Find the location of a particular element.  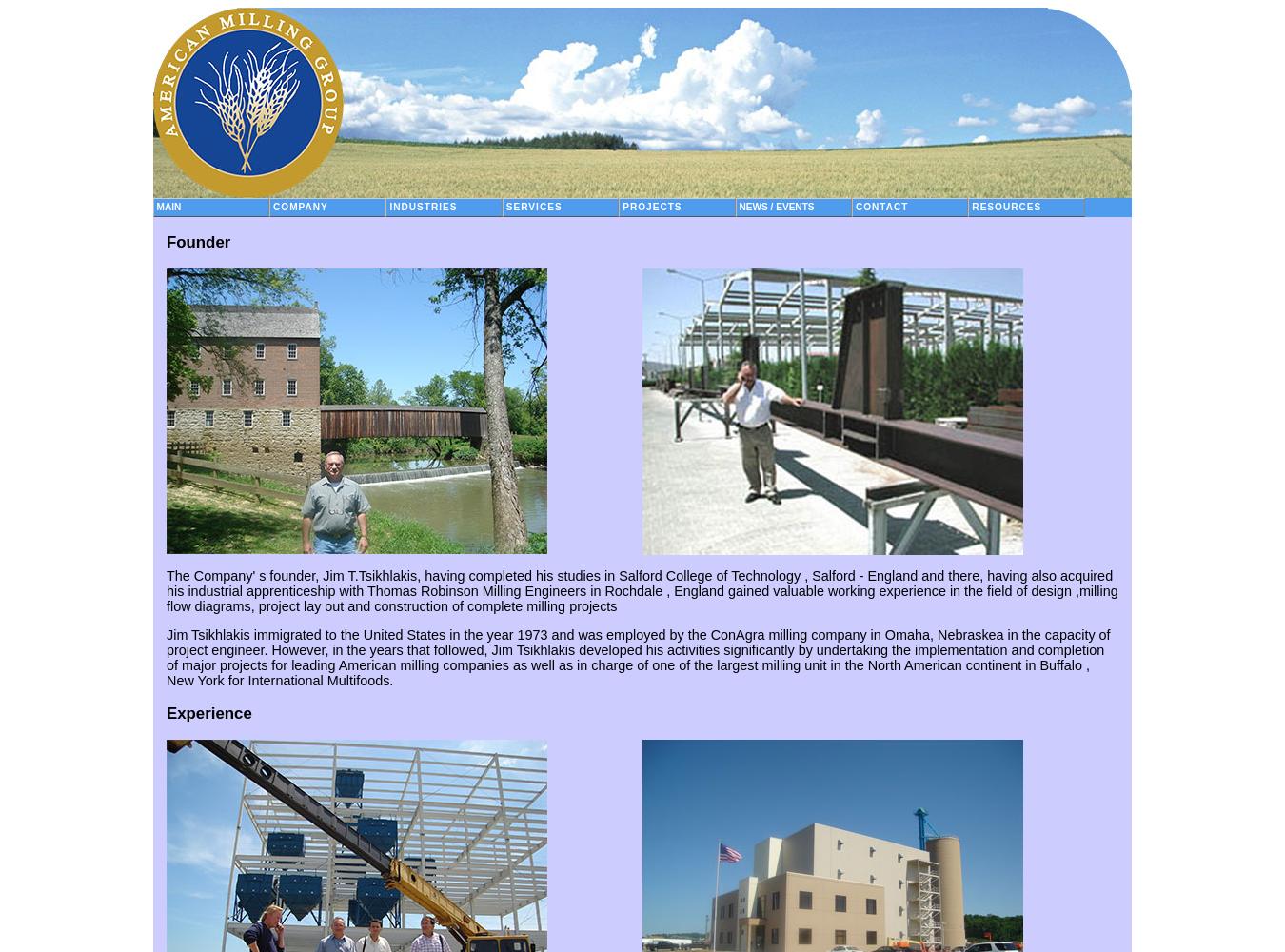

'Resources' is located at coordinates (1006, 206).